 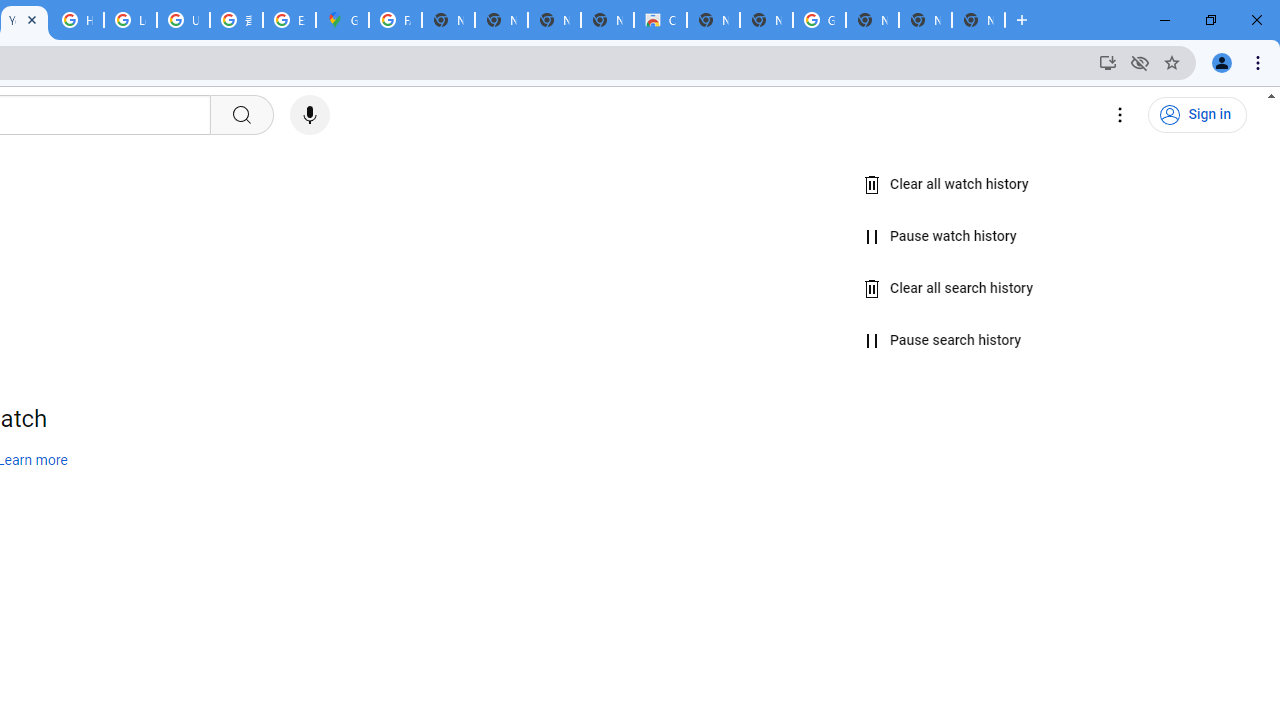 What do you see at coordinates (946, 185) in the screenshot?
I see `'Clear all watch history'` at bounding box center [946, 185].